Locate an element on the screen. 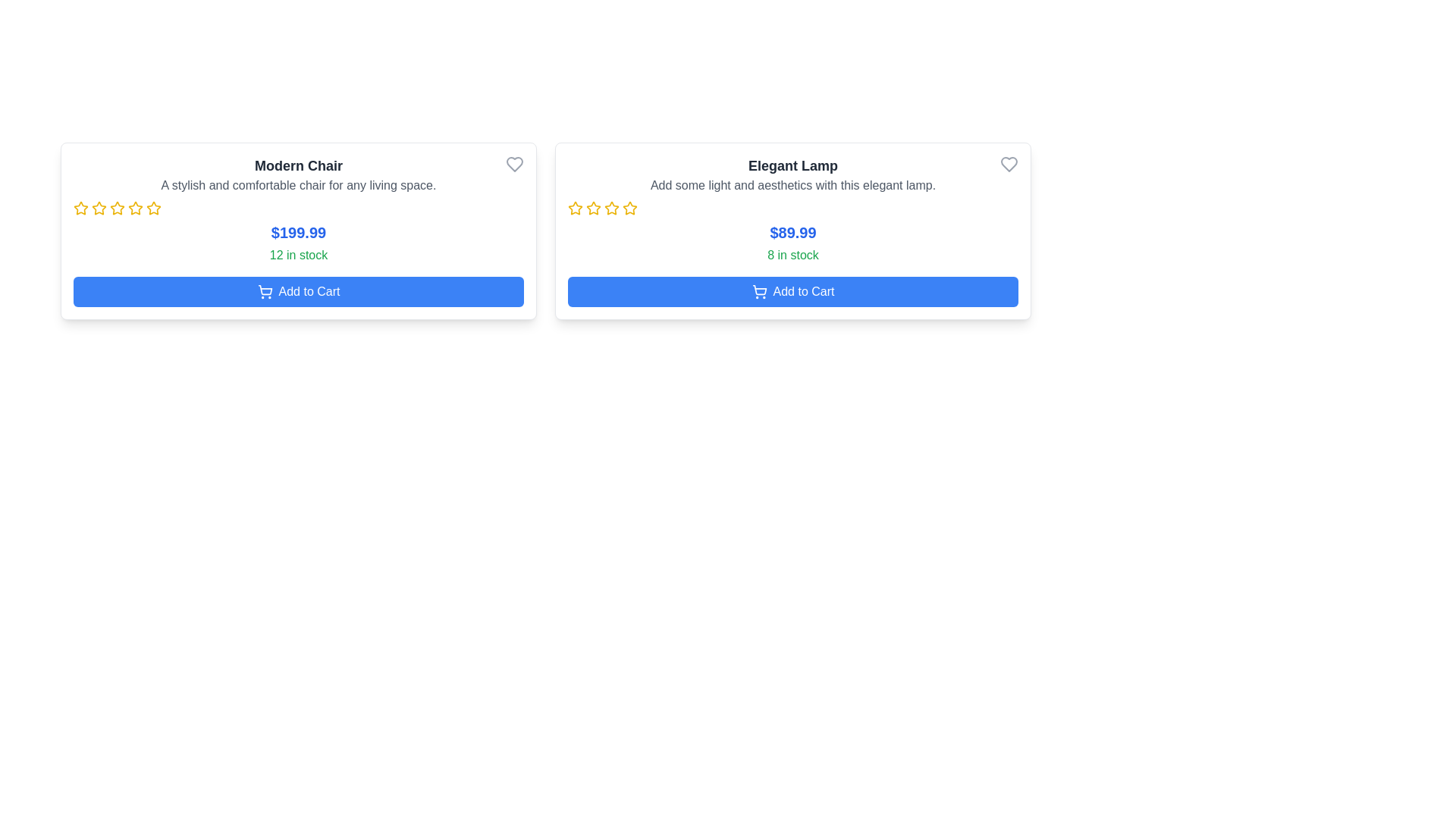  the Header text element that identifies the product as 'Elegant Lamp', located at the top of the right card in a two-card layout is located at coordinates (792, 166).